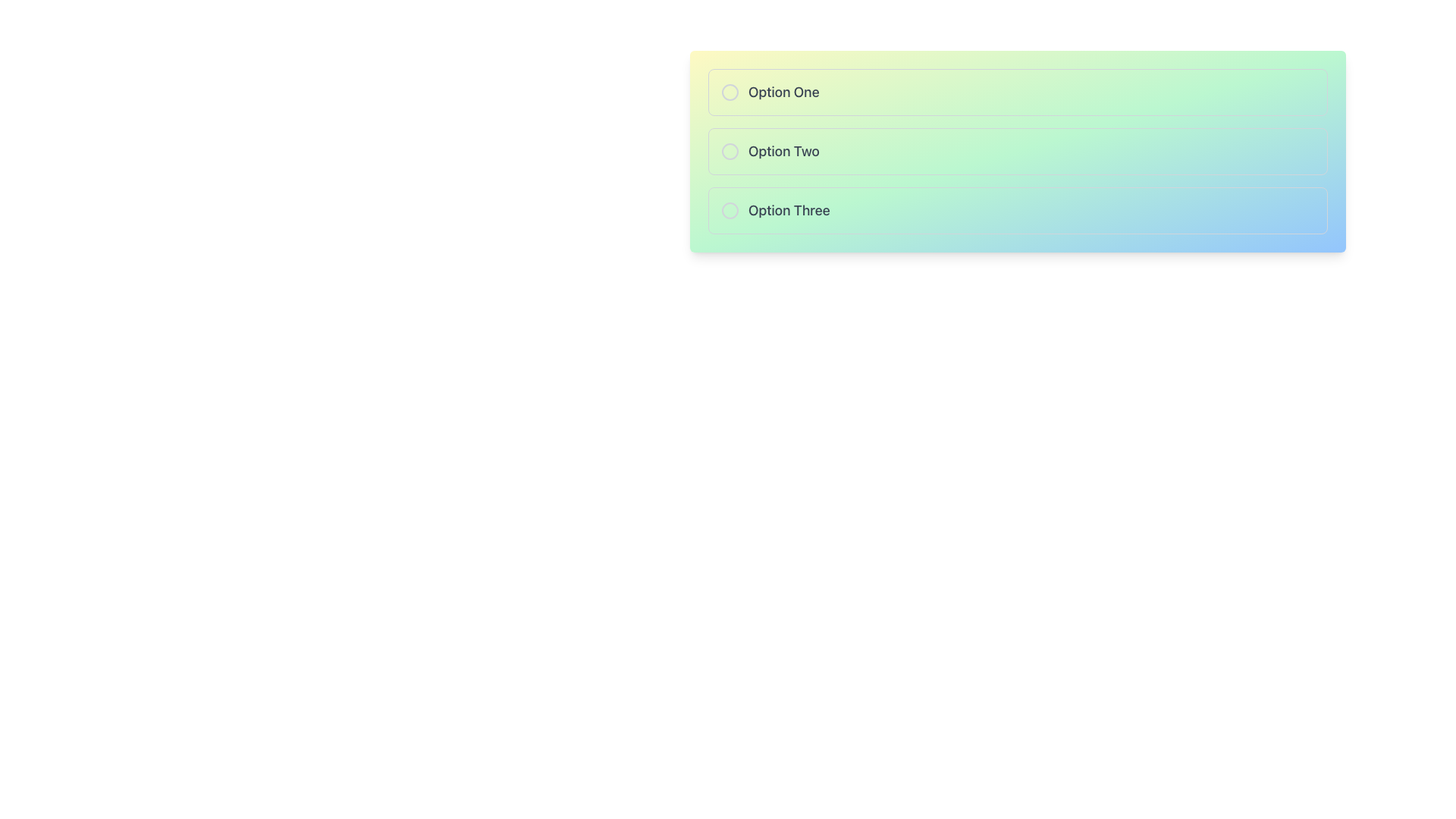 The height and width of the screenshot is (819, 1456). Describe the element at coordinates (789, 210) in the screenshot. I see `the text label that provides the title or description of the corresponding selectable option located to the right of a circular icon representing an unselected state` at that location.